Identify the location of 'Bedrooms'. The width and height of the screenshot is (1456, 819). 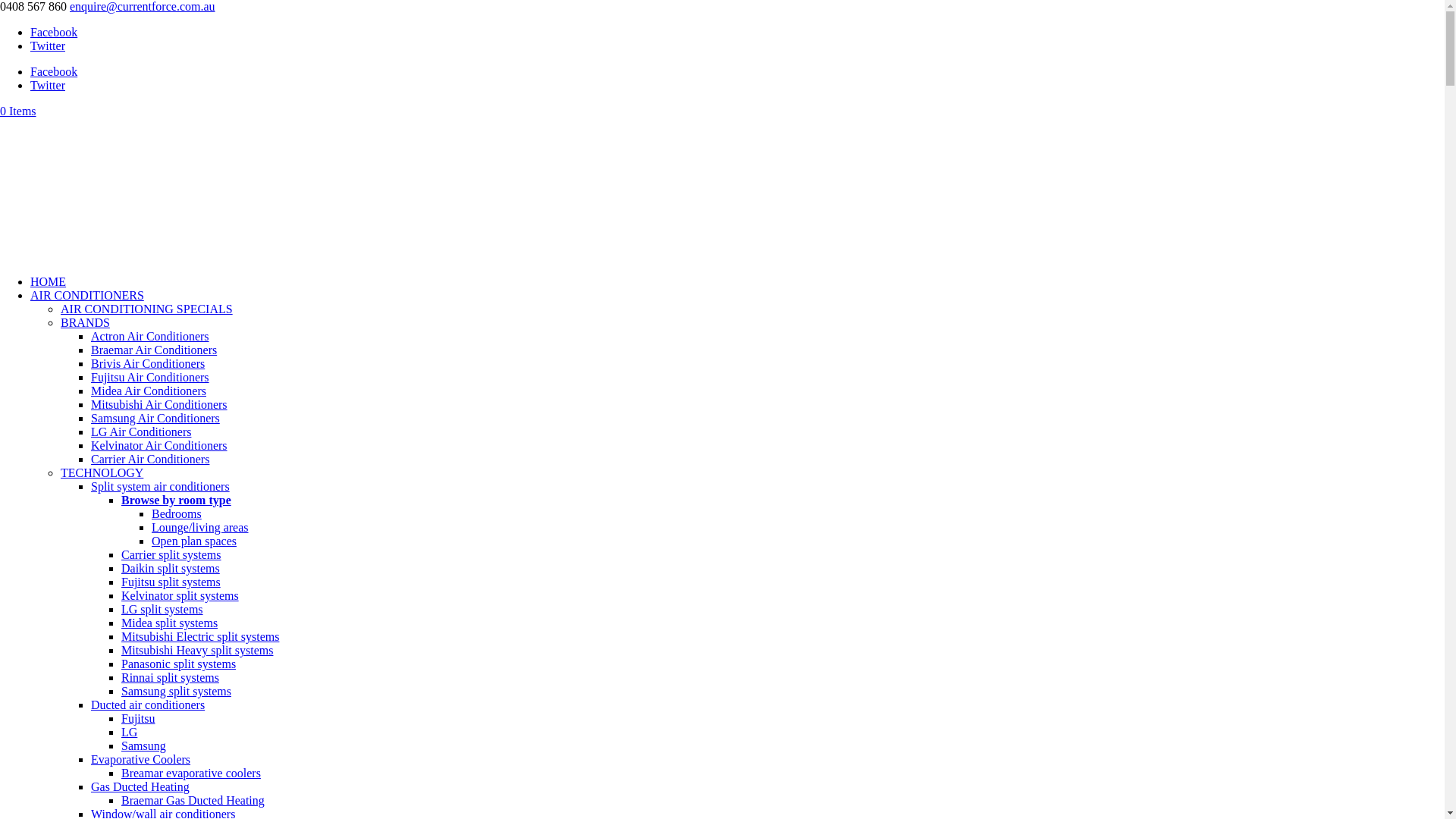
(177, 513).